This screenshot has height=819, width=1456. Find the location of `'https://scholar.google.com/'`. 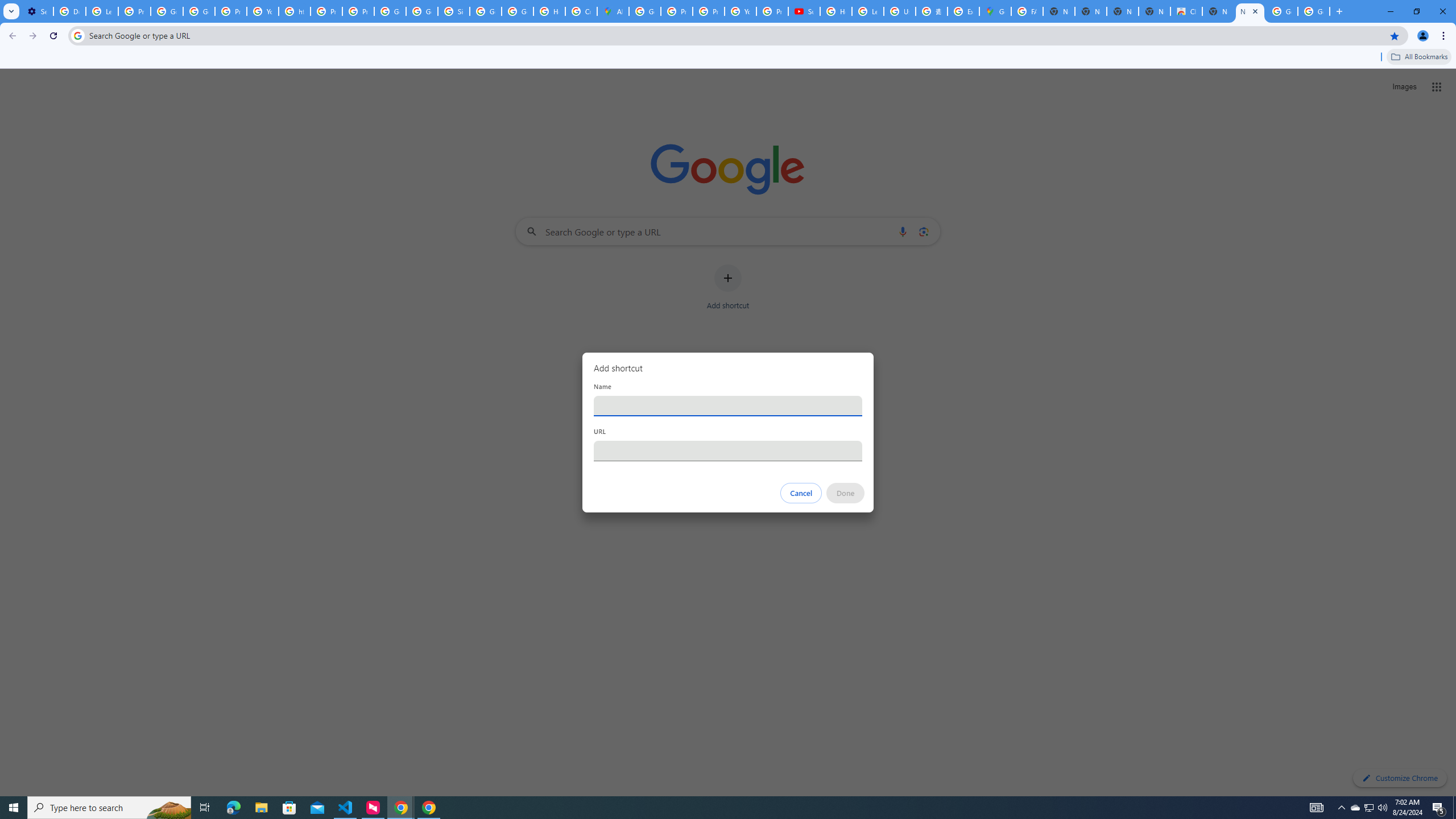

'https://scholar.google.com/' is located at coordinates (294, 11).